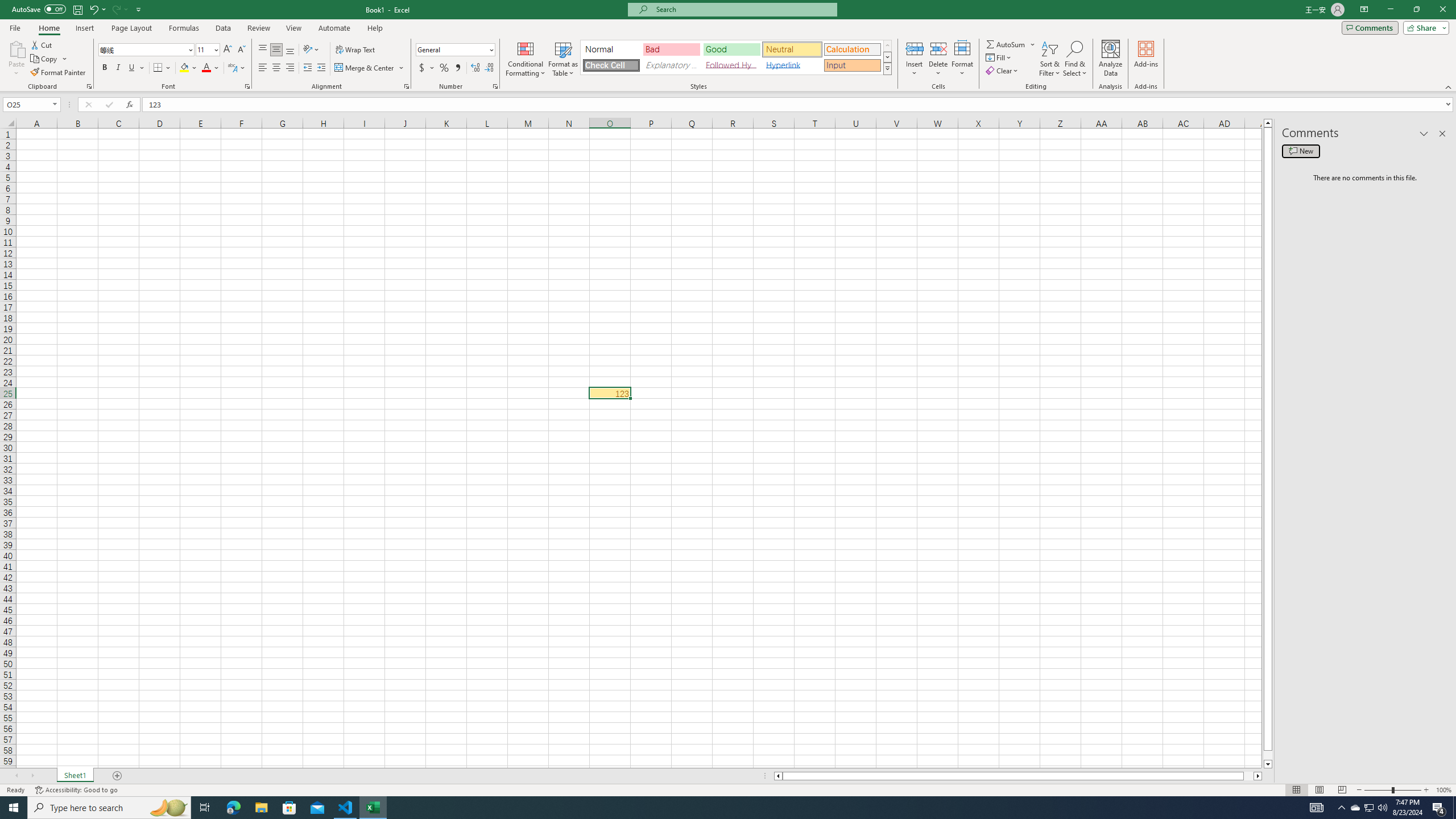 The image size is (1456, 819). What do you see at coordinates (118, 67) in the screenshot?
I see `'Italic'` at bounding box center [118, 67].